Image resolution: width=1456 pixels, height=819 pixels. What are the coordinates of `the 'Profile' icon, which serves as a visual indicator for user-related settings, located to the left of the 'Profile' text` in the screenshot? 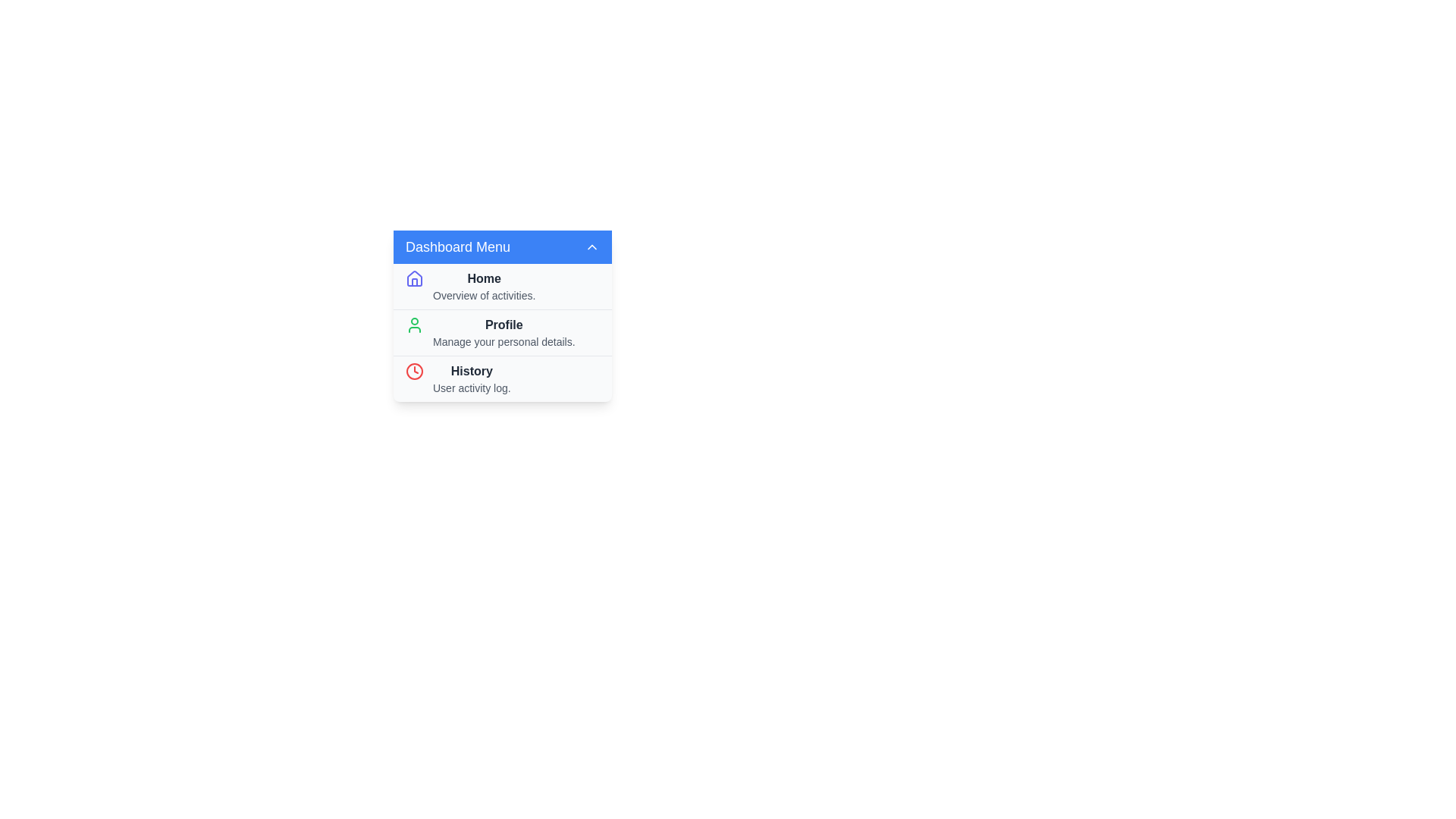 It's located at (415, 324).